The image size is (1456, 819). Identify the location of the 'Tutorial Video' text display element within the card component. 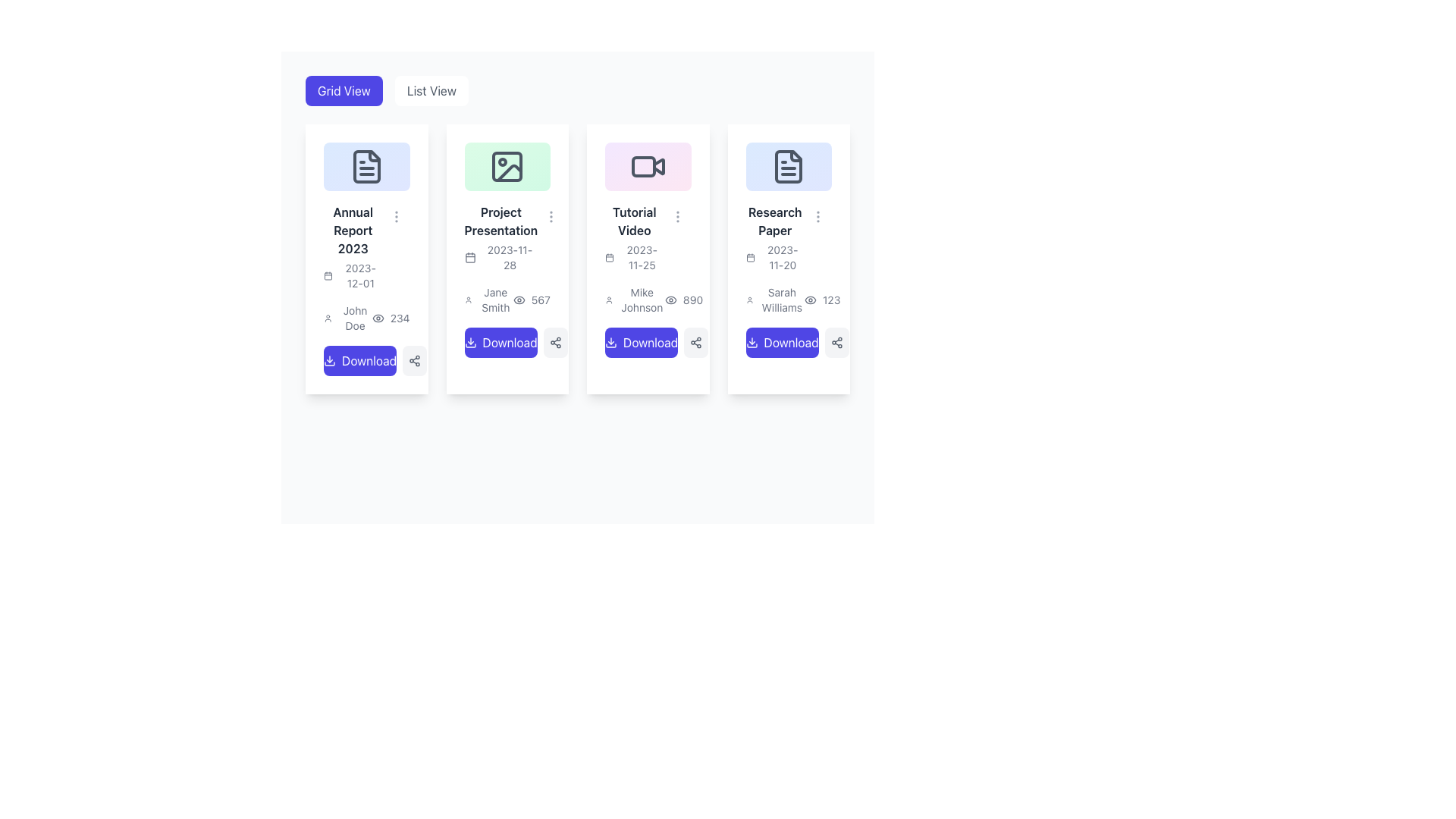
(648, 237).